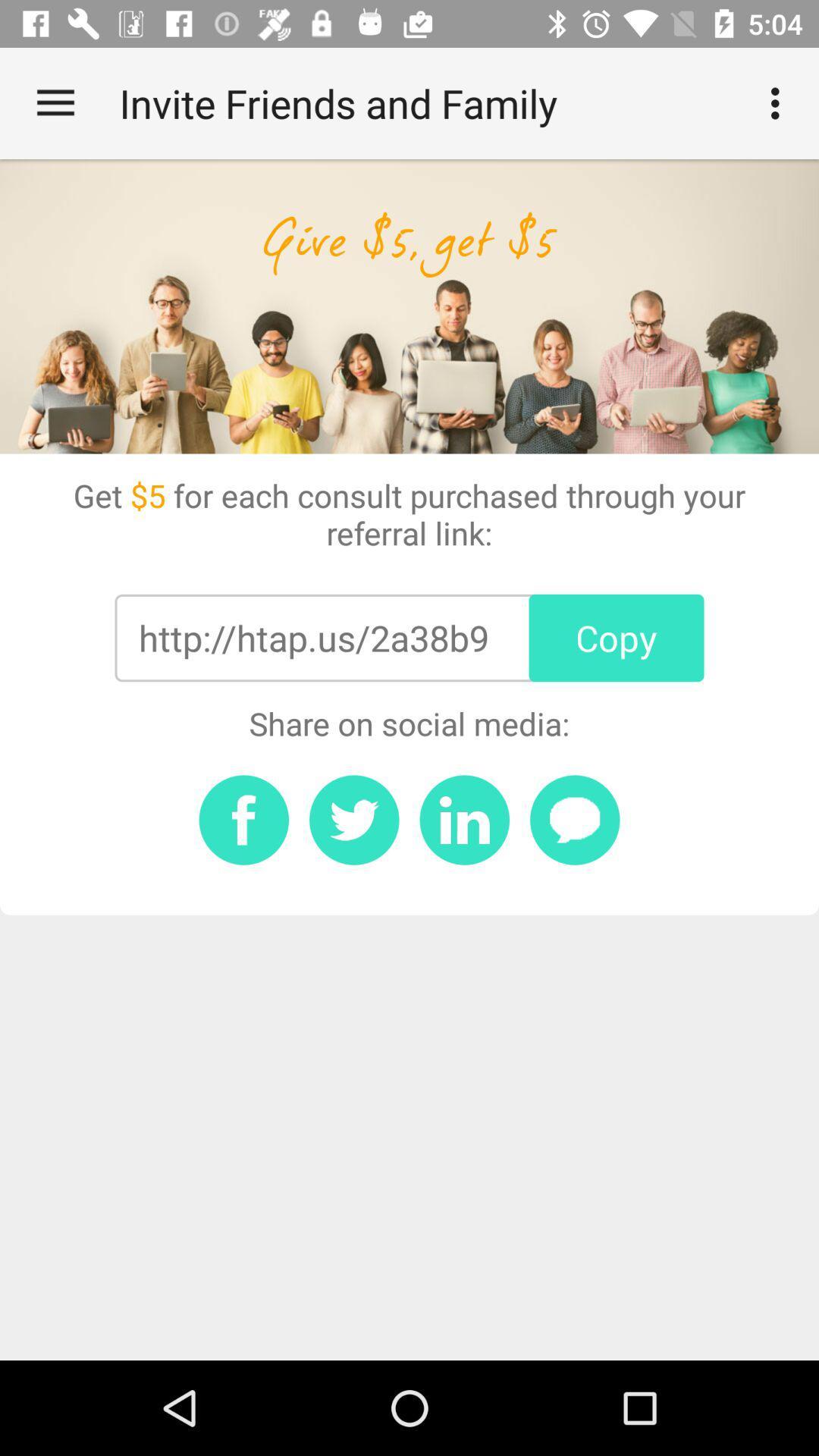  I want to click on twitter button, so click(354, 819).